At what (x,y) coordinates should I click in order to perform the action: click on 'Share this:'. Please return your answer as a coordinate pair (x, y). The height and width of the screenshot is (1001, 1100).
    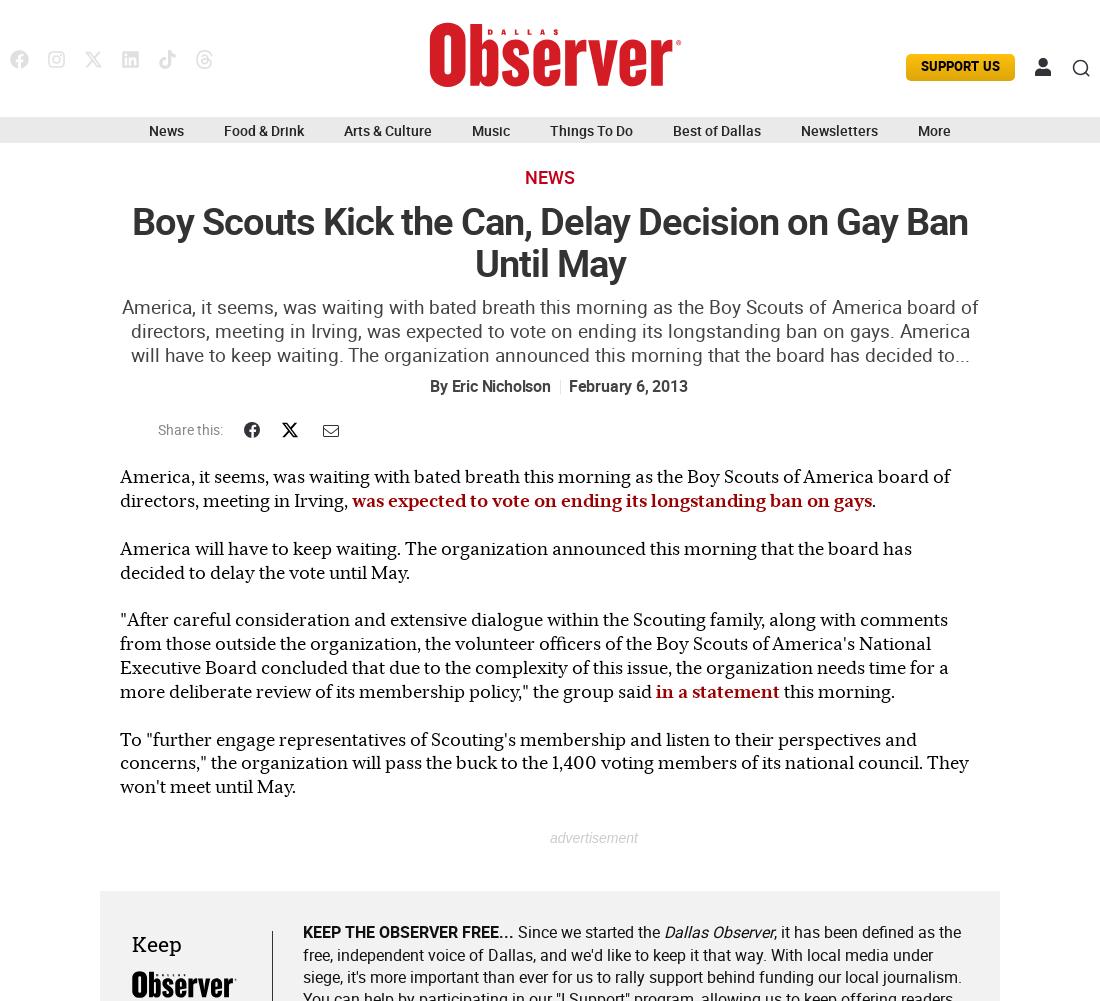
    Looking at the image, I should click on (156, 430).